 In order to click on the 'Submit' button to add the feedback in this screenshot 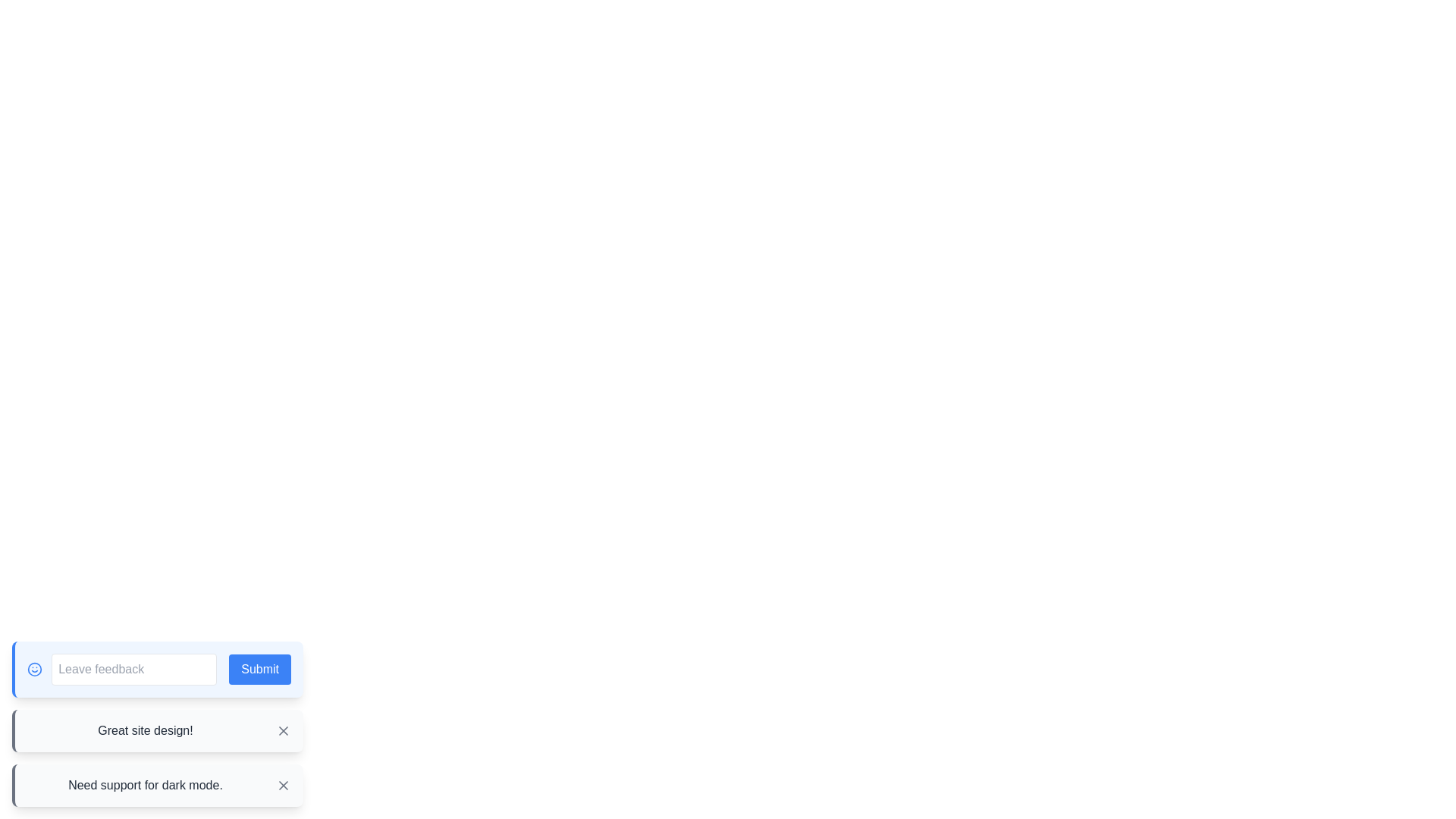, I will do `click(260, 669)`.